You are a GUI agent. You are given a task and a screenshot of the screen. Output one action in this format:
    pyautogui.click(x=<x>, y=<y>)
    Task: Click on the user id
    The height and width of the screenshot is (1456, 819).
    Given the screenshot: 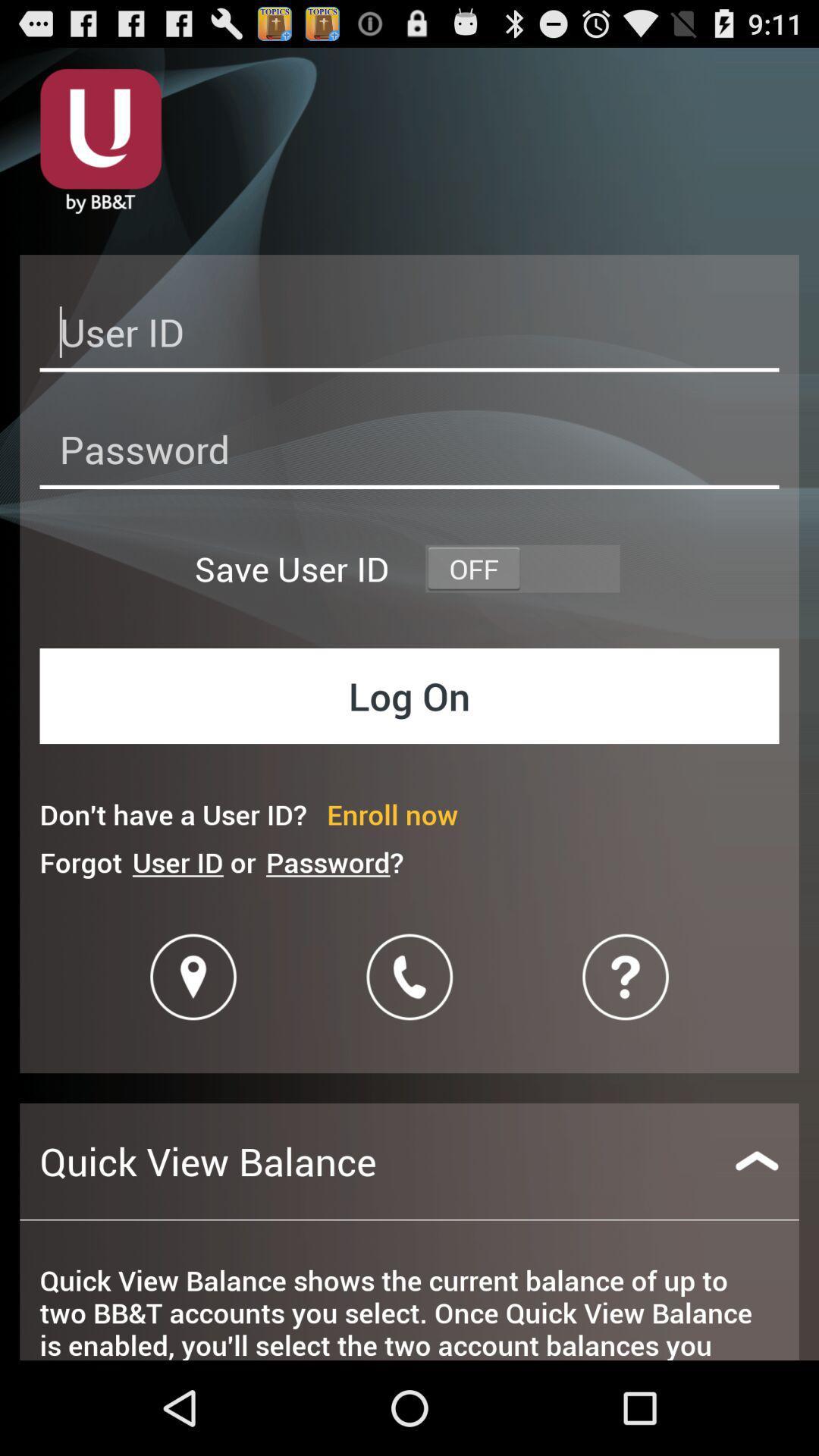 What is the action you would take?
    pyautogui.click(x=409, y=336)
    